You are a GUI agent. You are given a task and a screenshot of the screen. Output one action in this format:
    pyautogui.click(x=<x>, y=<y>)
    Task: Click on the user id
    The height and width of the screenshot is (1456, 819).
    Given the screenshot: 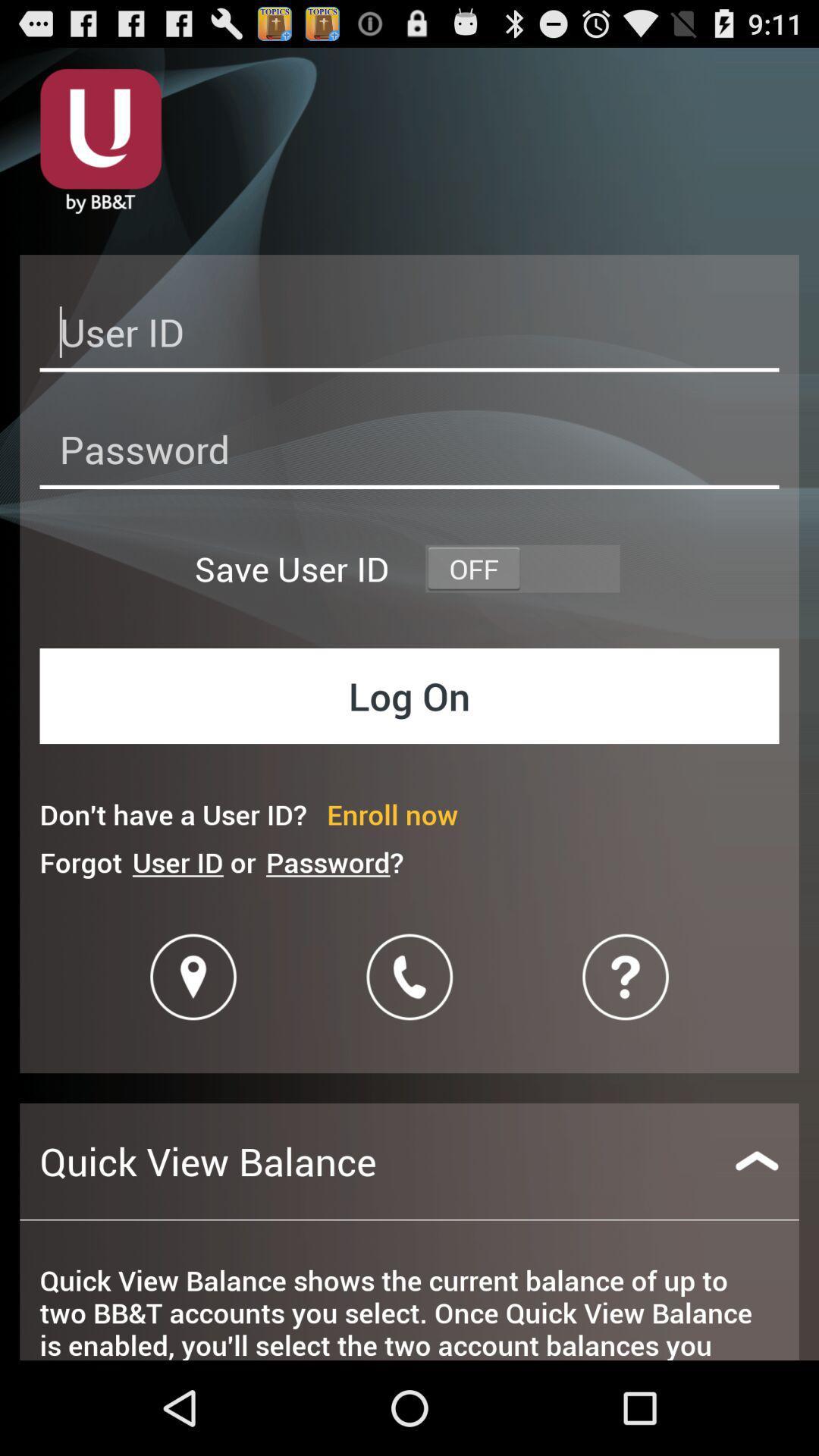 What is the action you would take?
    pyautogui.click(x=409, y=336)
    